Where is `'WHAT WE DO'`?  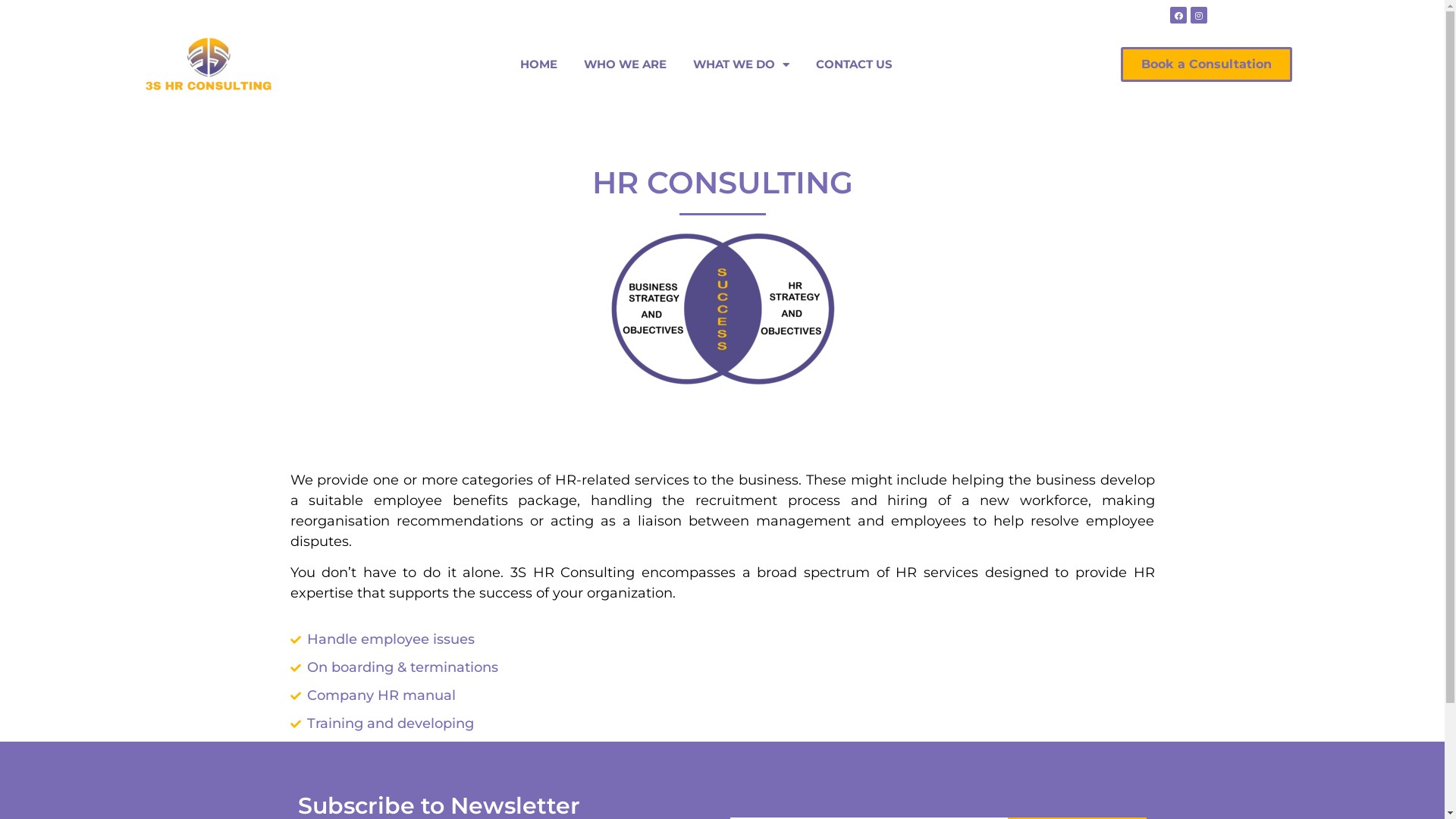 'WHAT WE DO' is located at coordinates (741, 63).